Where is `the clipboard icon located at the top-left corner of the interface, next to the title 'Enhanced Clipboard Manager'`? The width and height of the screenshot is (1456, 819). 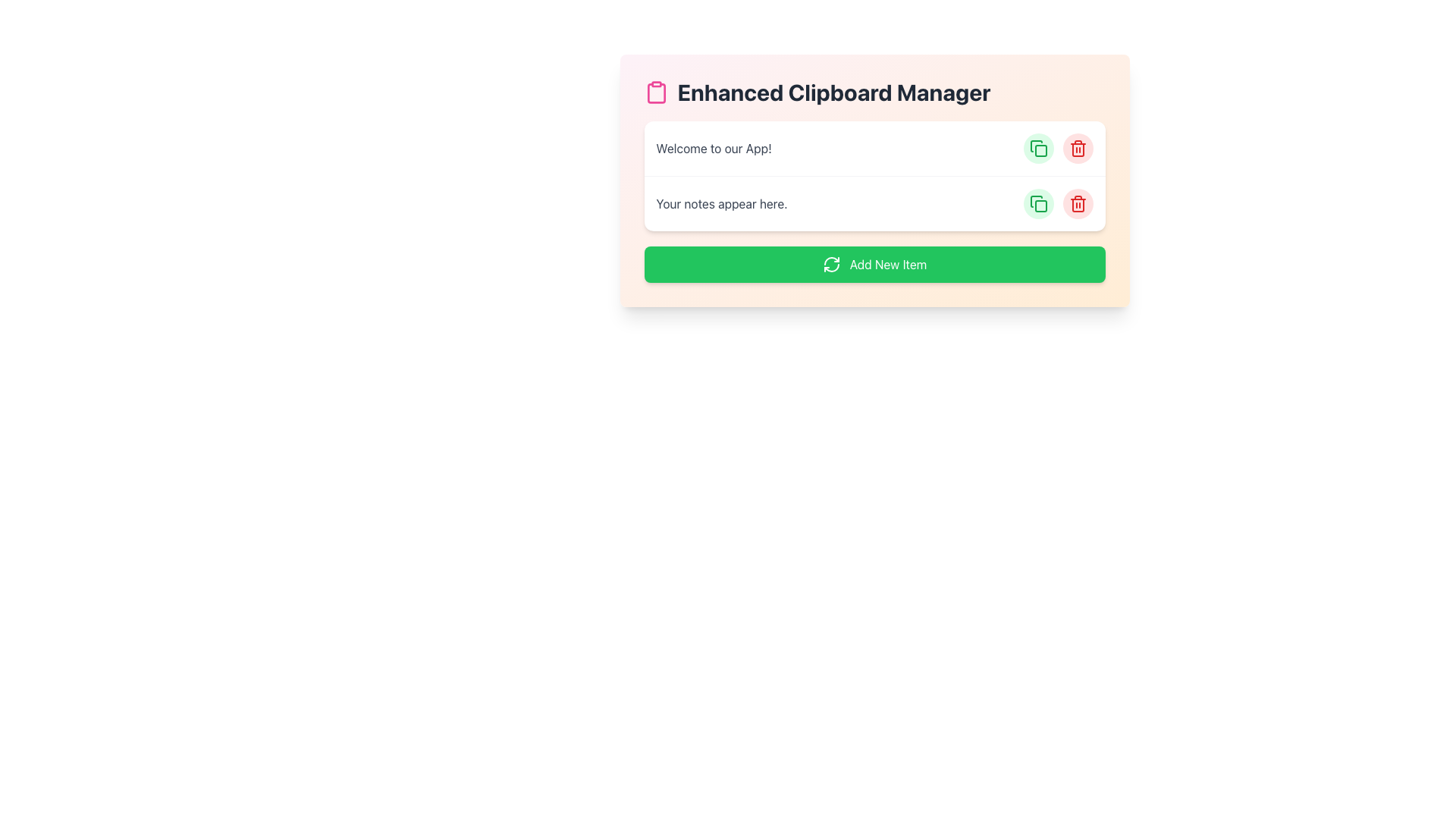 the clipboard icon located at the top-left corner of the interface, next to the title 'Enhanced Clipboard Manager' is located at coordinates (656, 93).